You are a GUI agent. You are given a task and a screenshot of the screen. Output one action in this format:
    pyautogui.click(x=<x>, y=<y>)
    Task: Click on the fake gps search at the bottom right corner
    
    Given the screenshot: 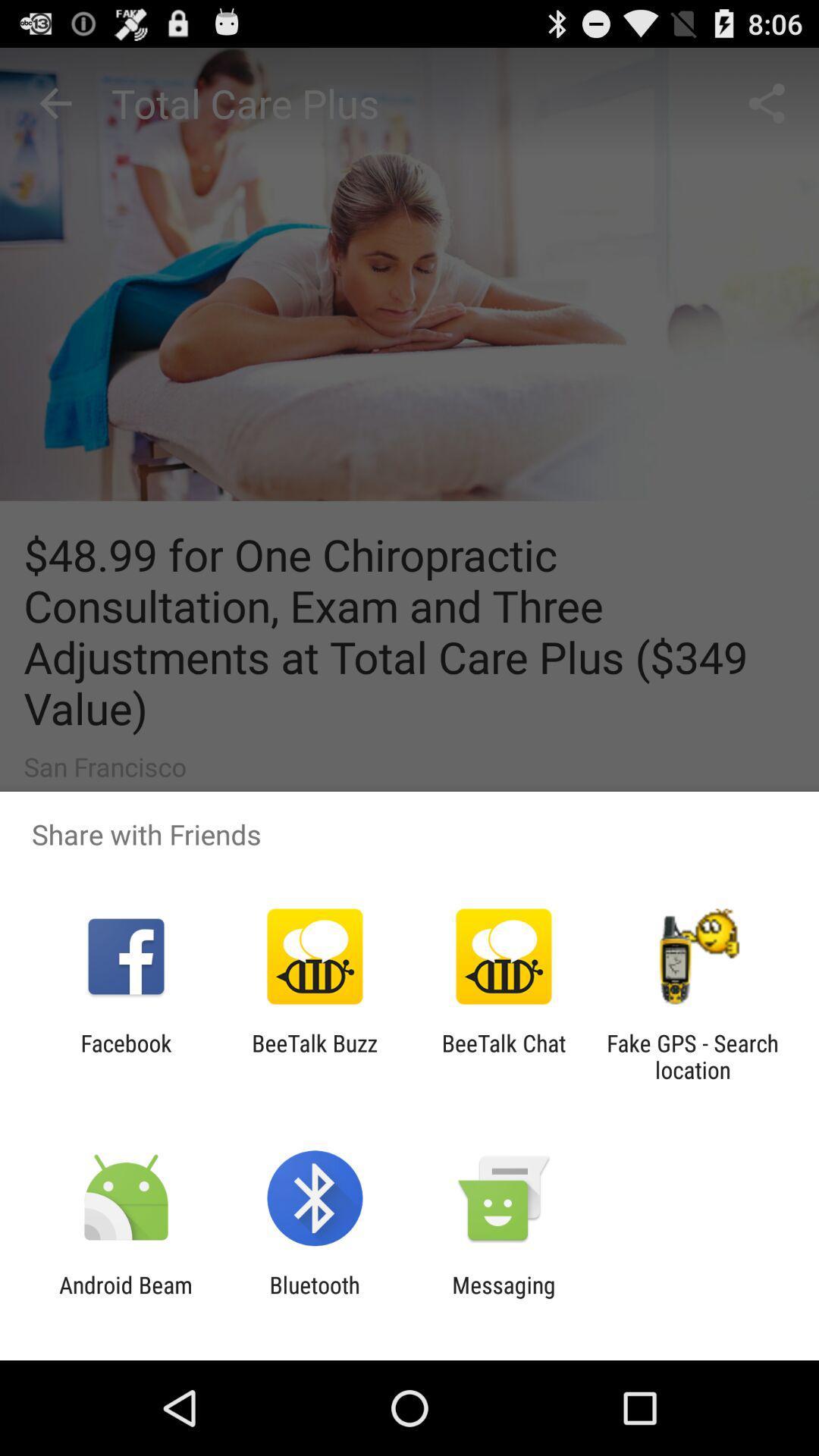 What is the action you would take?
    pyautogui.click(x=692, y=1056)
    